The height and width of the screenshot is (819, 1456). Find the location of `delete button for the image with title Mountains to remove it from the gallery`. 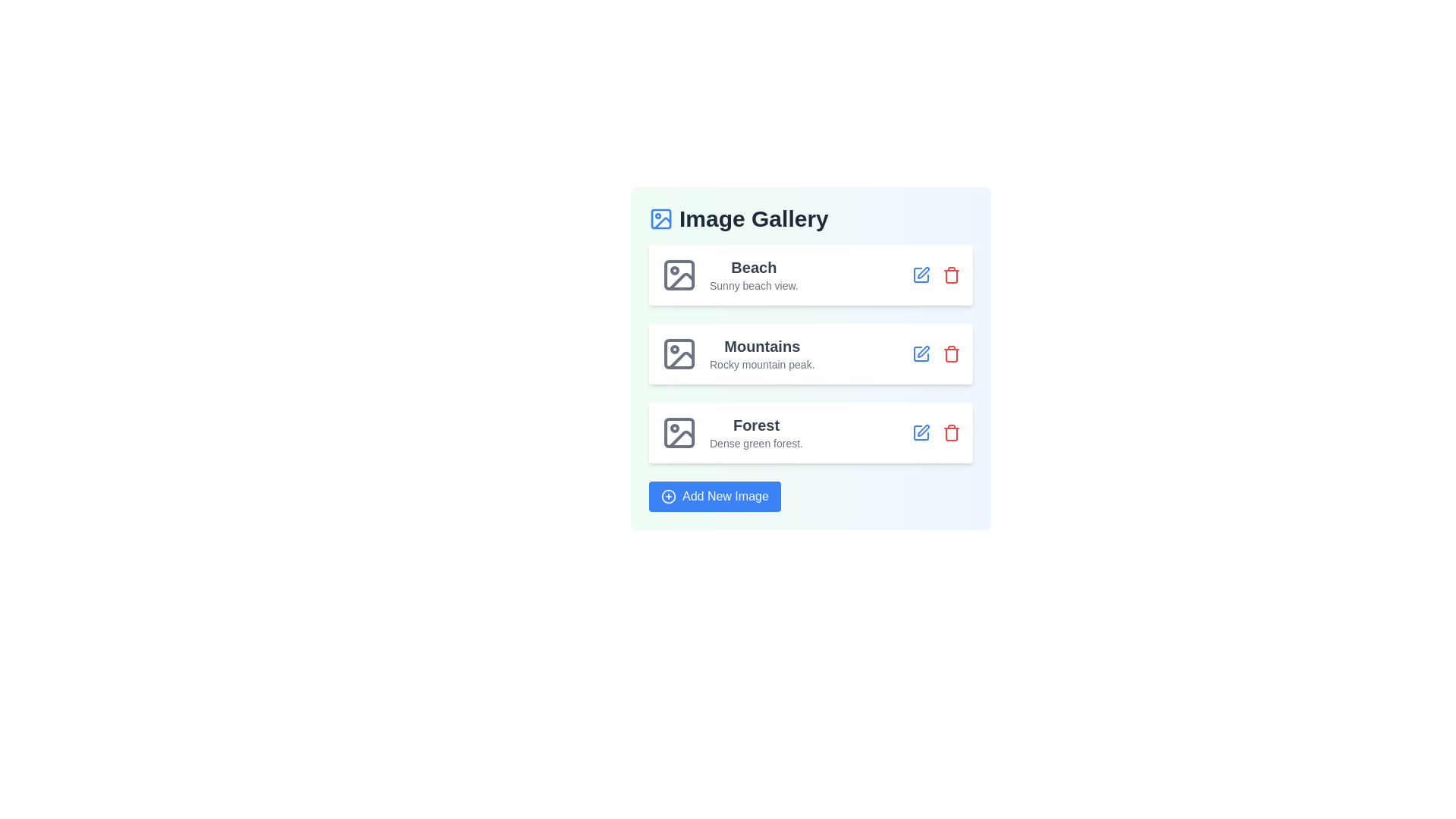

delete button for the image with title Mountains to remove it from the gallery is located at coordinates (950, 353).